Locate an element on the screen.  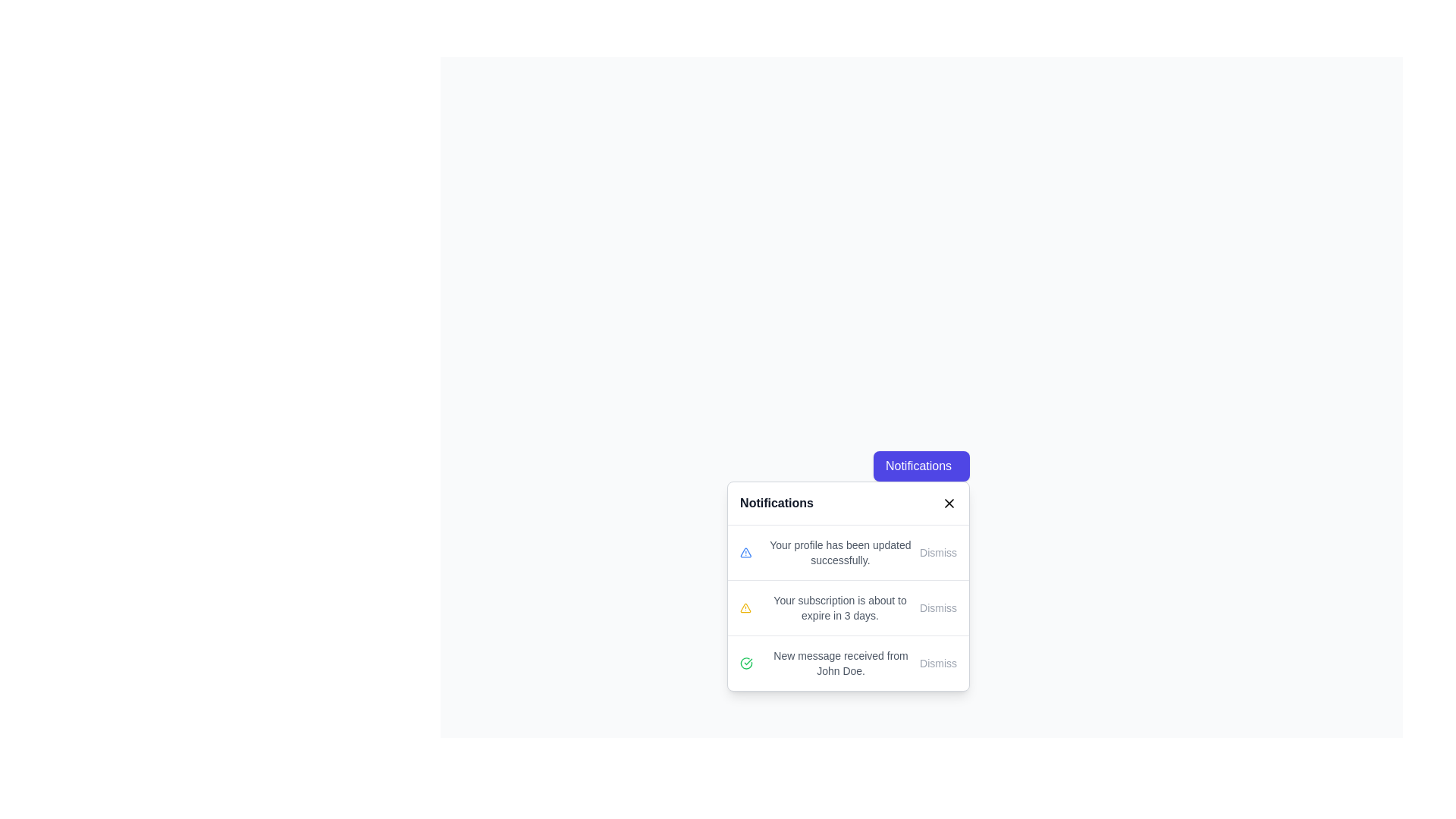
the second notification message that informs the user about their subscription expiring in three days is located at coordinates (829, 607).